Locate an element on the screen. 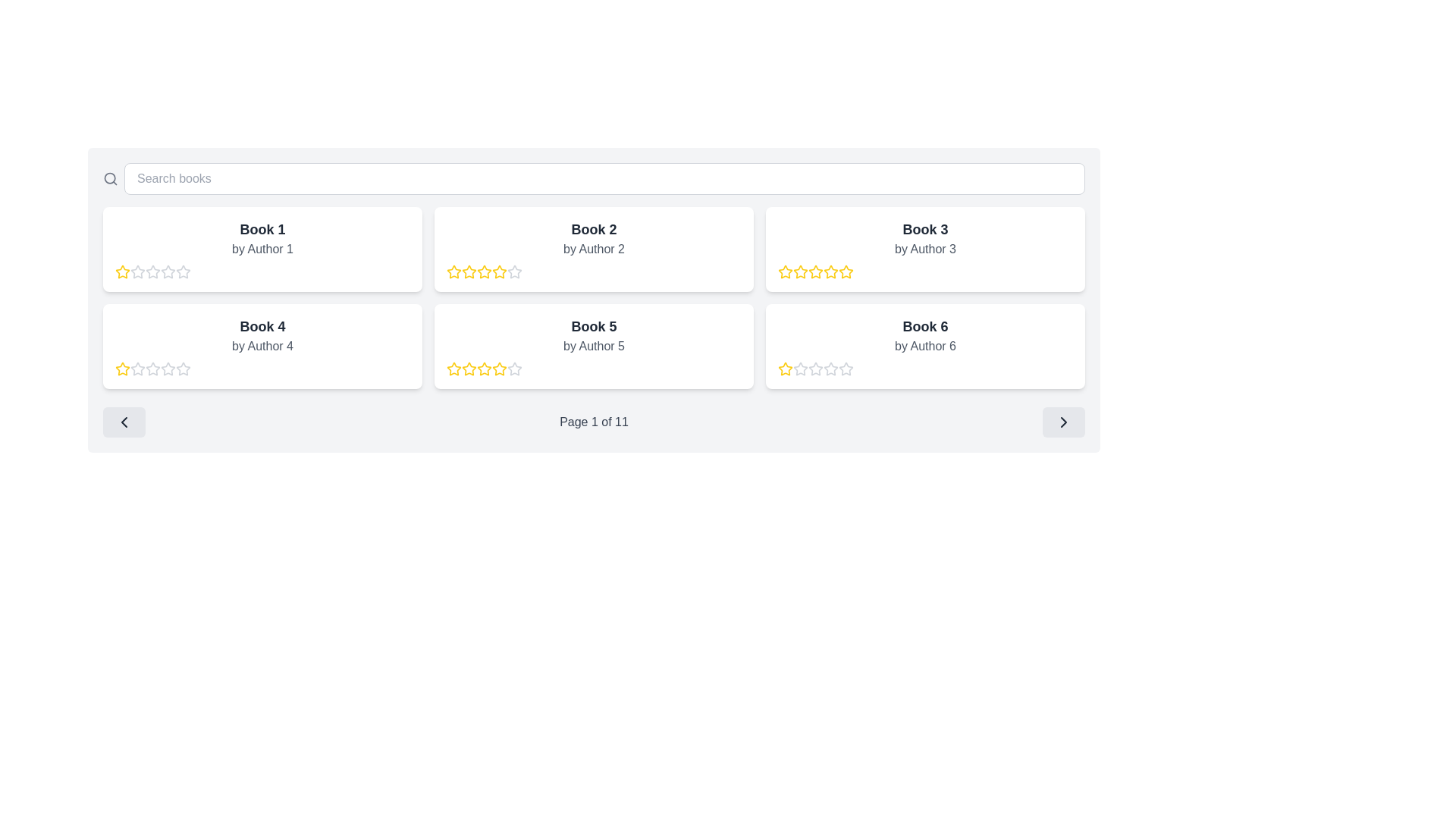 The image size is (1456, 819). the fifth yellow star icon in the rating component of the 'Book 5' card to rate it is located at coordinates (483, 369).